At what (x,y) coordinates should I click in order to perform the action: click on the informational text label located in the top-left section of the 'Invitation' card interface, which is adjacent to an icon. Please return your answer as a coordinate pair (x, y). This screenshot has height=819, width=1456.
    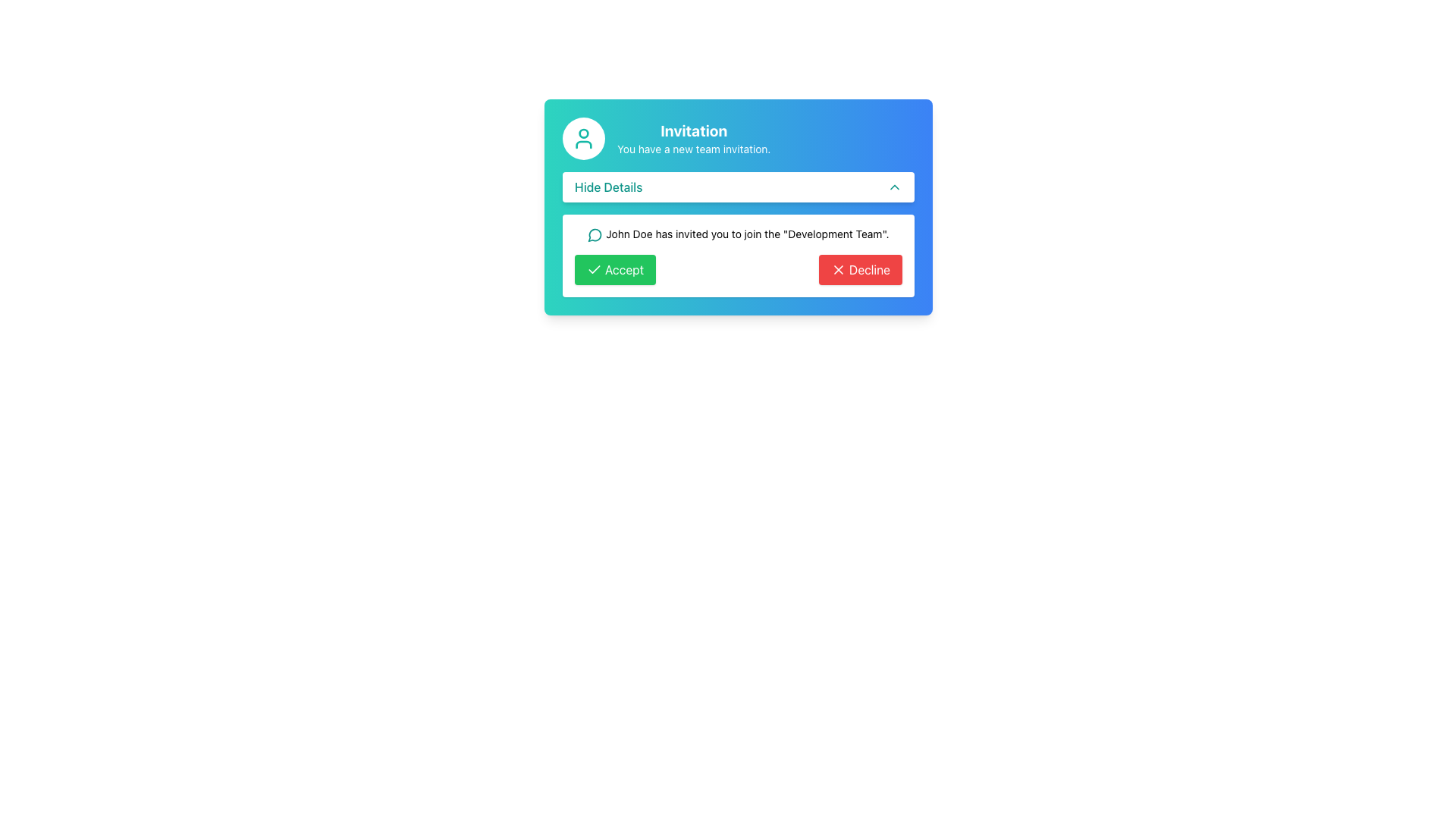
    Looking at the image, I should click on (608, 186).